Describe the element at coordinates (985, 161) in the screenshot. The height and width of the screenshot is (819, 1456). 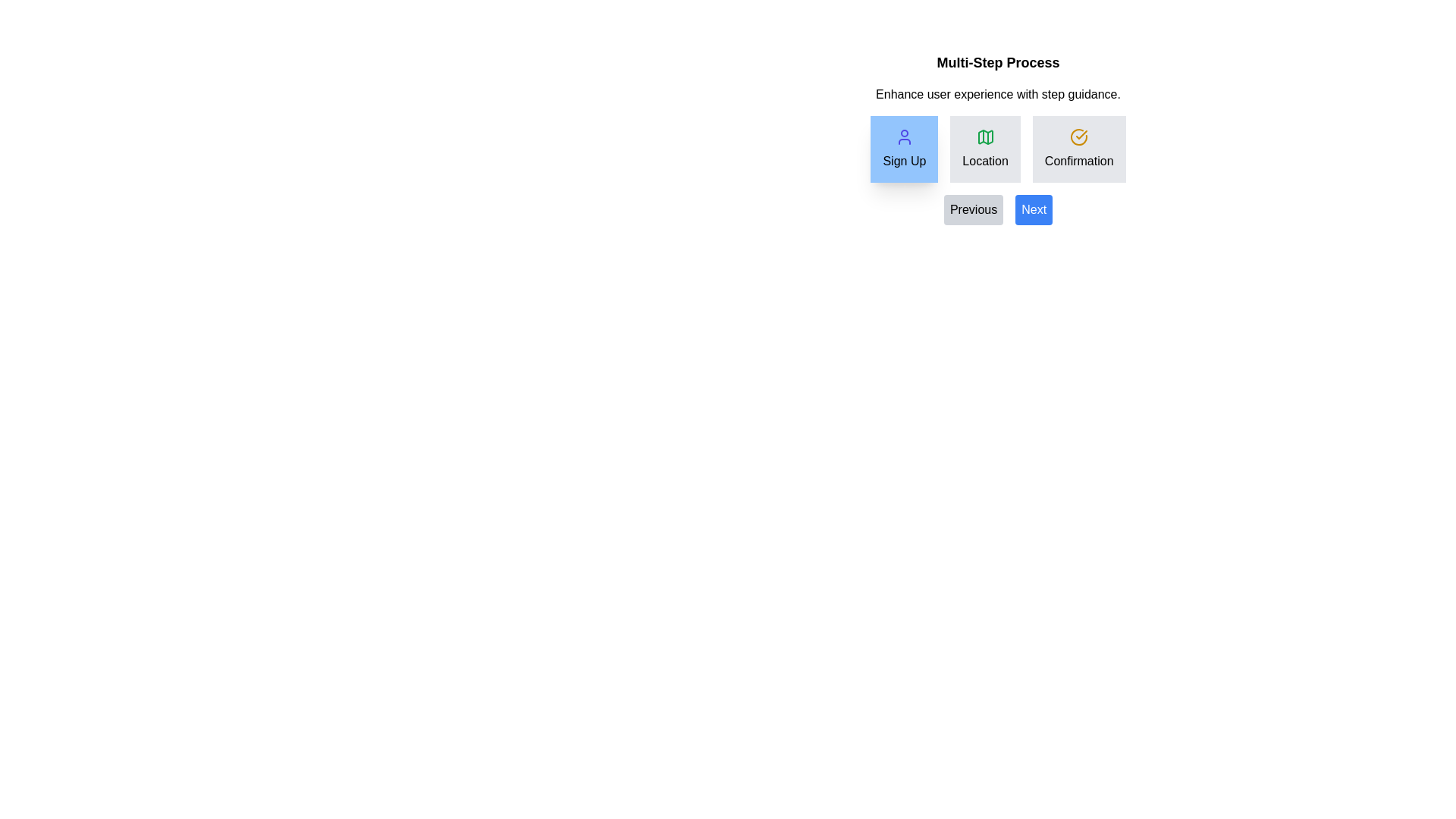
I see `the text label reading 'Location', which is styled with a medium-weight font and positioned below a map marker icon in a light gray rectangular panel` at that location.